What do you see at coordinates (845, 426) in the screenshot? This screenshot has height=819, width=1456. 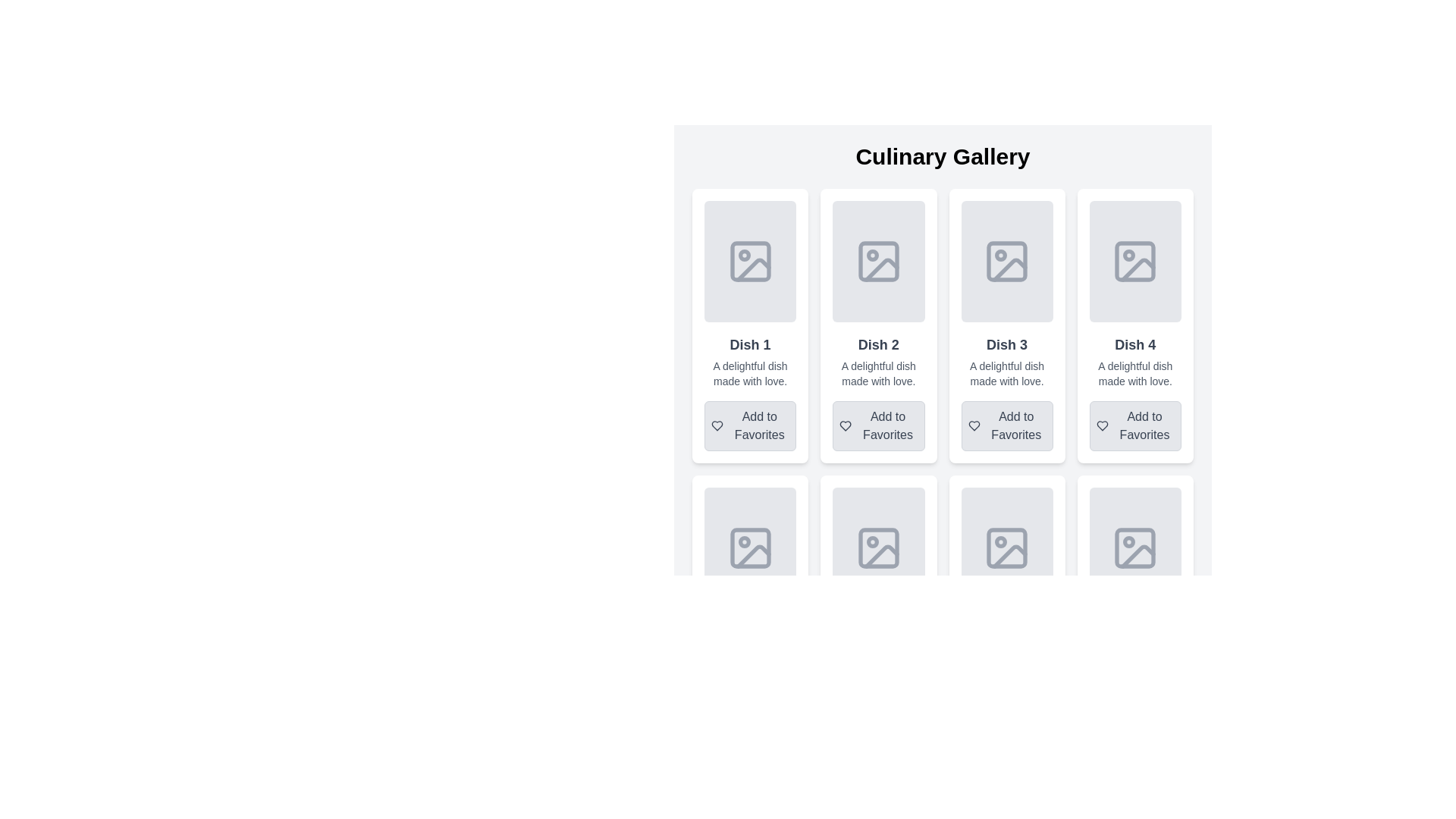 I see `the heart-shaped icon with a hollow interior and thin outline, located to the left of the 'Add to Favorites' text` at bounding box center [845, 426].